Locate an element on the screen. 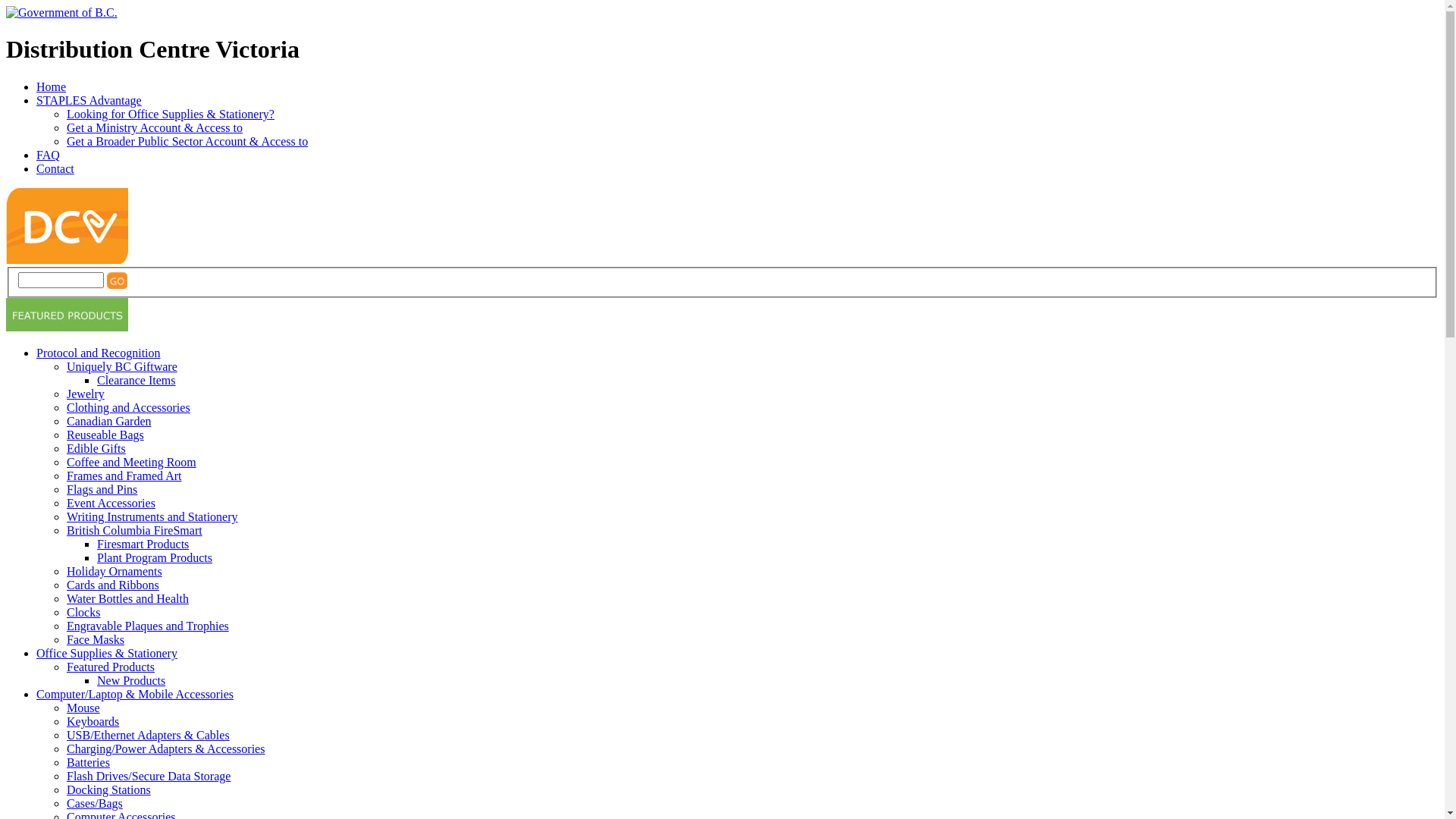 The image size is (1456, 819). 'New Products' is located at coordinates (130, 679).